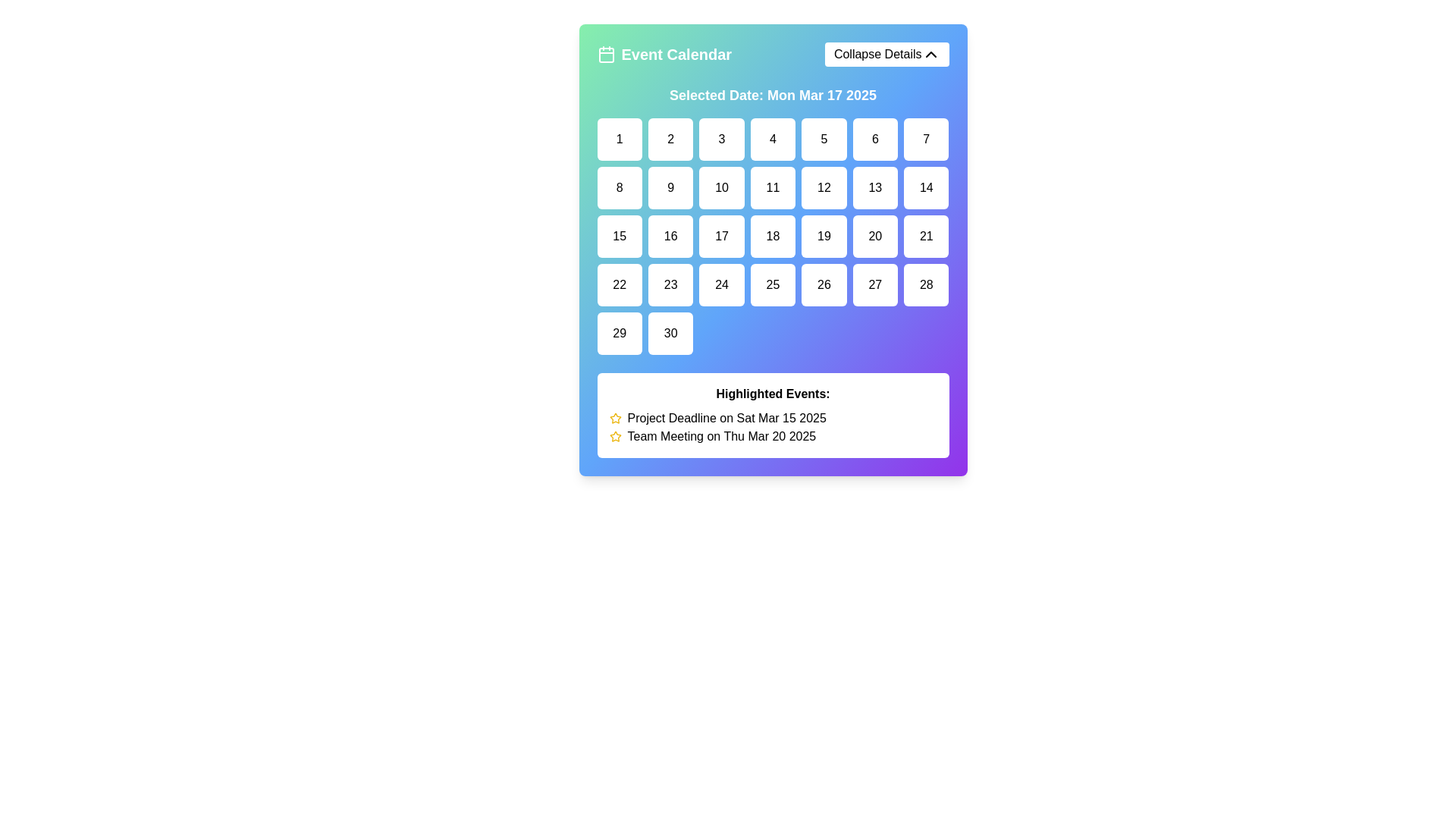 The height and width of the screenshot is (819, 1456). I want to click on the square button with black text '5' in the first row and fifth column of the grid layout to trigger the visual enlargement effect, so click(823, 140).